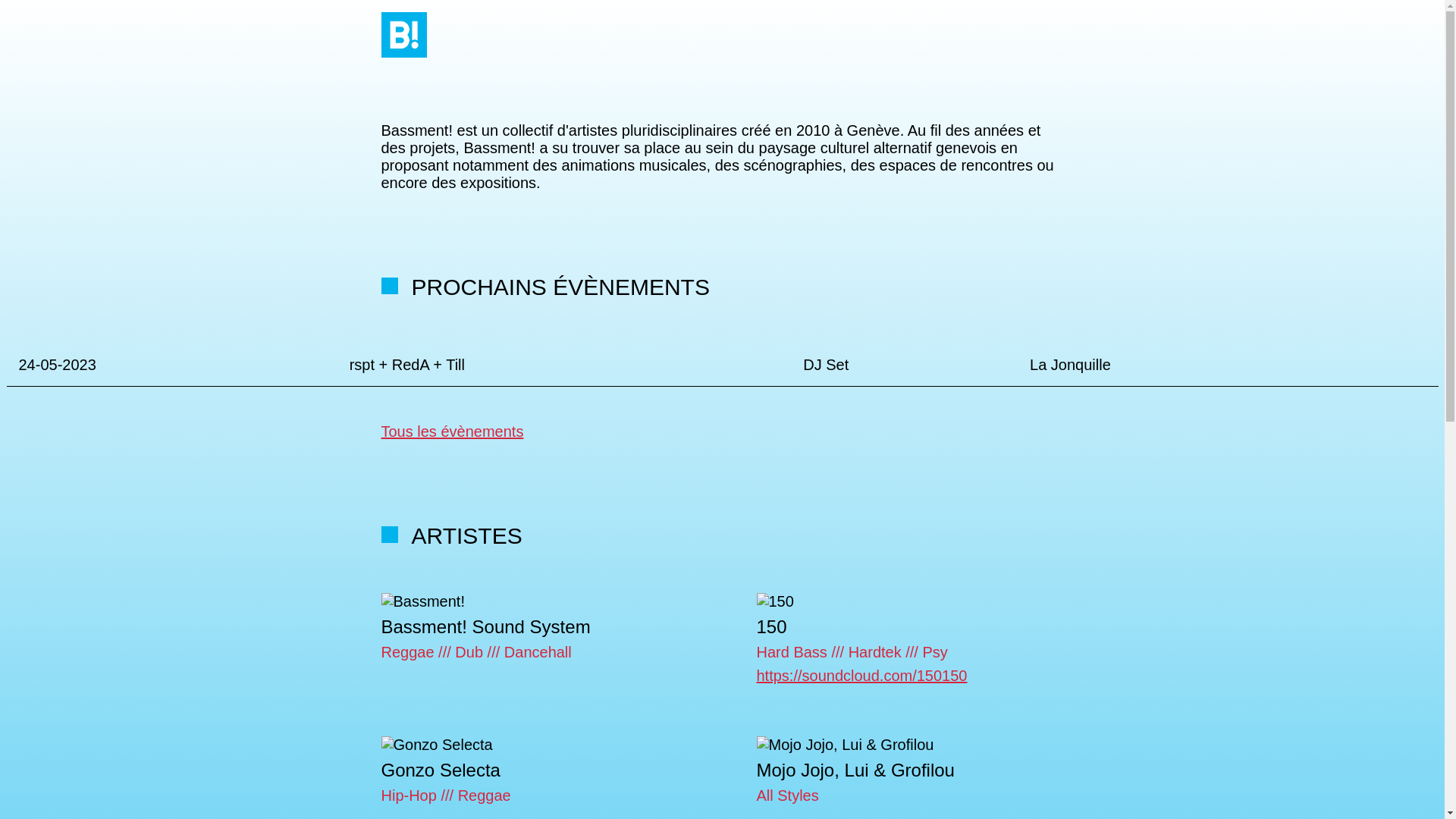 This screenshot has width=1456, height=819. What do you see at coordinates (862, 675) in the screenshot?
I see `'https://soundcloud.com/150150'` at bounding box center [862, 675].